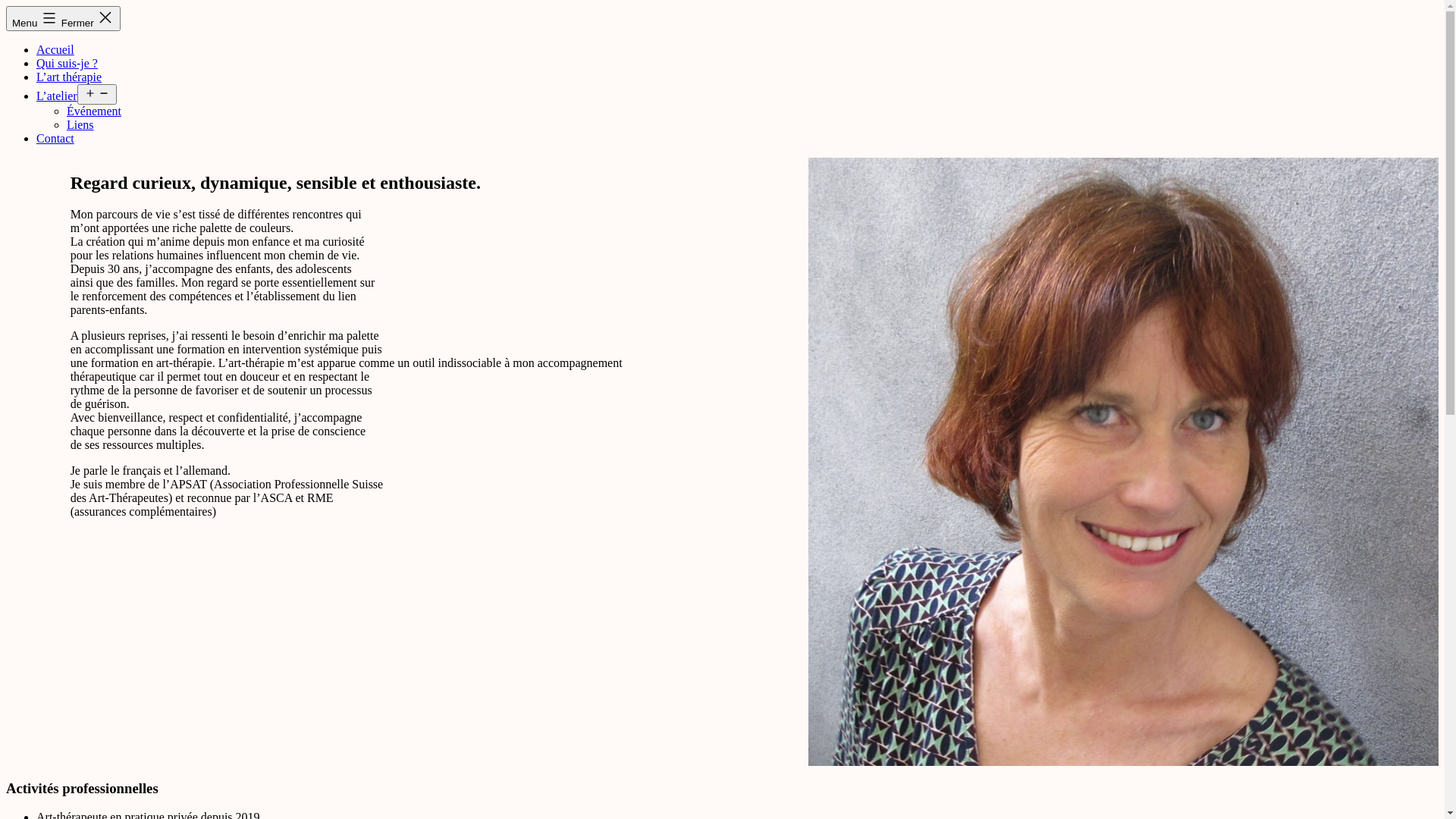  I want to click on 'Accueil', so click(55, 49).